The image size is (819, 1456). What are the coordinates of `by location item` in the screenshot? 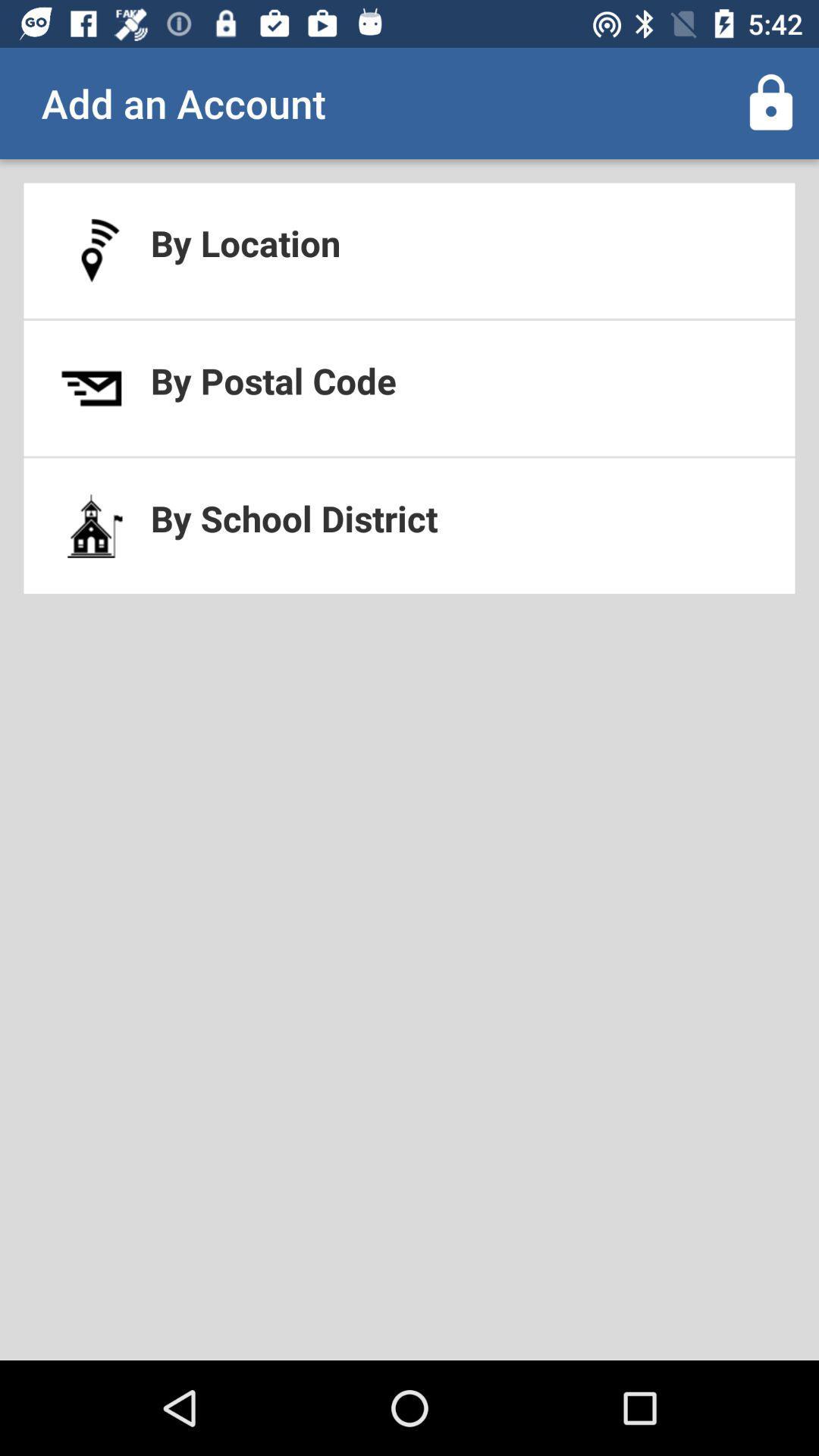 It's located at (409, 250).